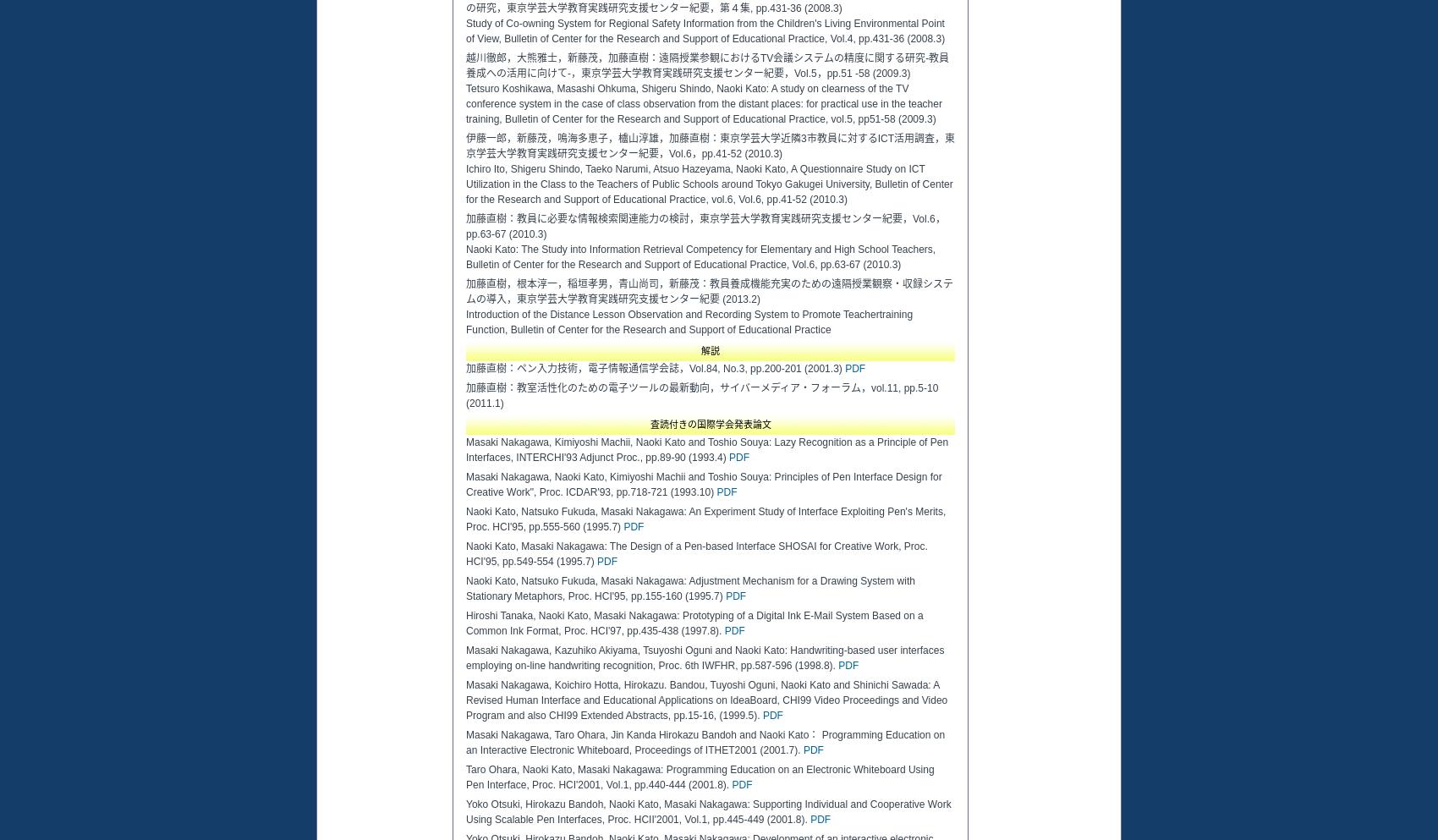  What do you see at coordinates (655, 369) in the screenshot?
I see `'加藤直樹：ペン入力技術，電子情報通信学会誌，Vol.84, No.3, pp.200-201 (2001.3)'` at bounding box center [655, 369].